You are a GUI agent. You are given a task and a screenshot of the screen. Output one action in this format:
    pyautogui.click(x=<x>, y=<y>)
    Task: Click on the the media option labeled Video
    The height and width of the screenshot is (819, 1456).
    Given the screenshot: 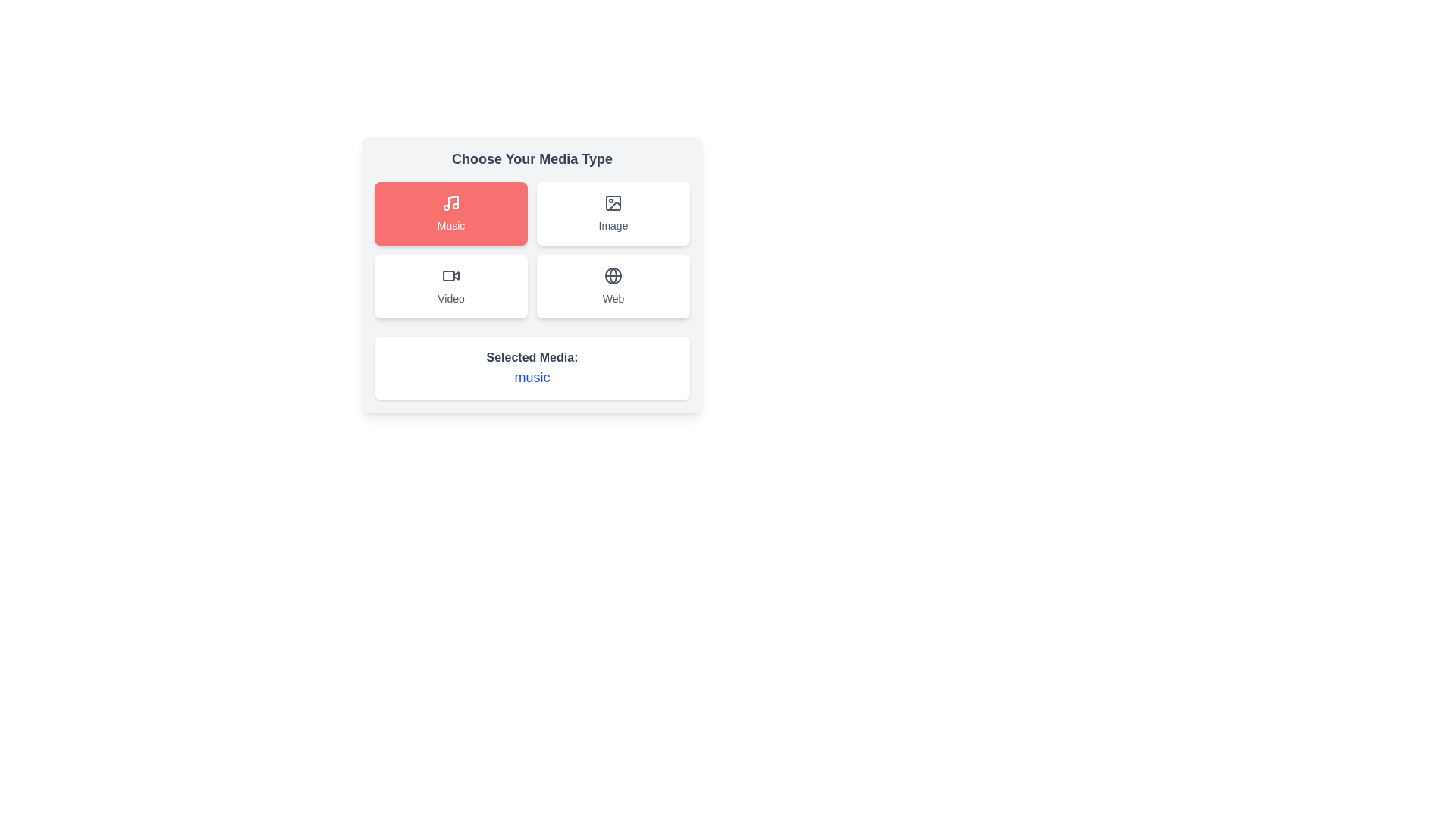 What is the action you would take?
    pyautogui.click(x=450, y=287)
    